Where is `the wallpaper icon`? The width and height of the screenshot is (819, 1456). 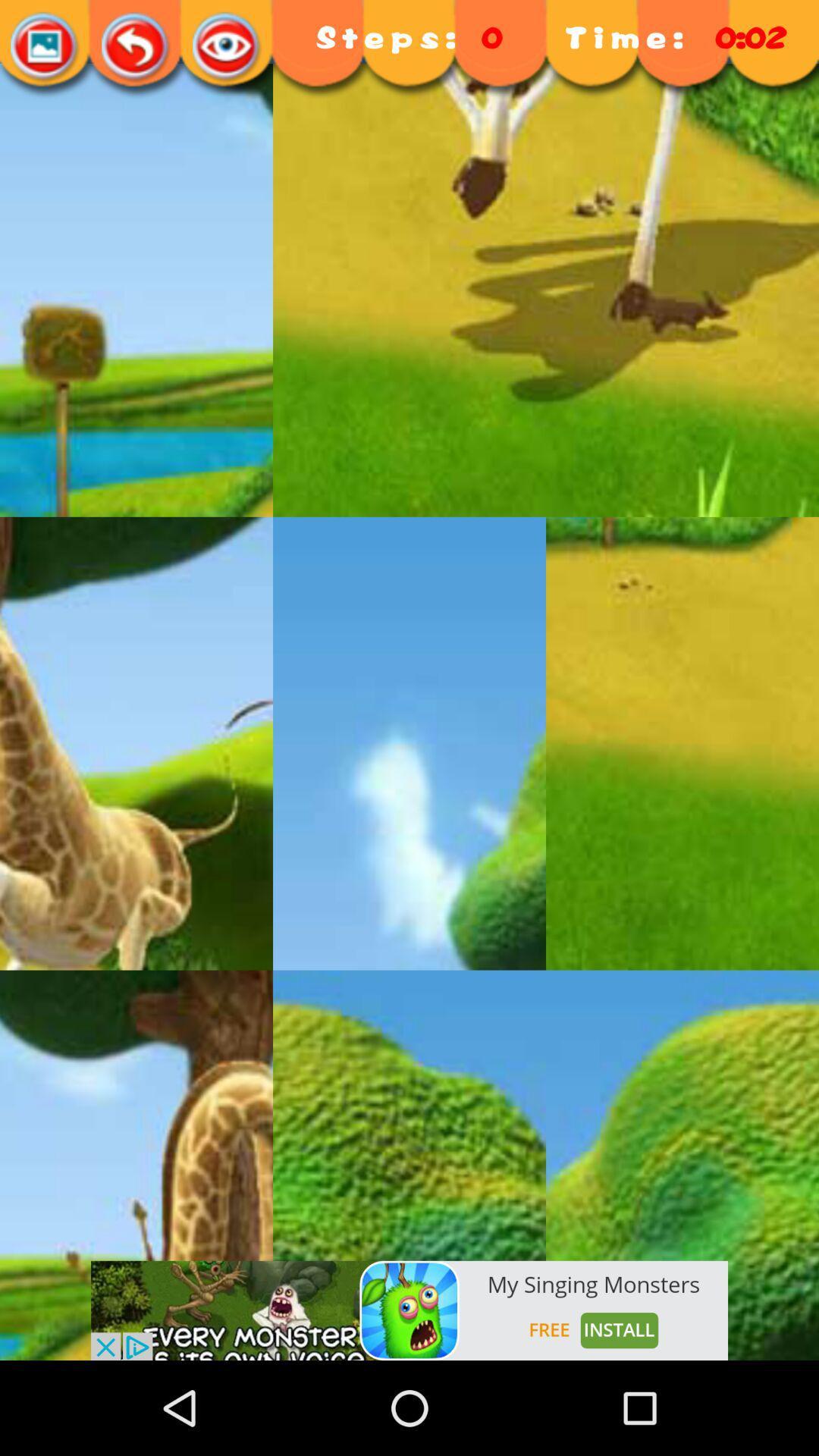
the wallpaper icon is located at coordinates (45, 47).